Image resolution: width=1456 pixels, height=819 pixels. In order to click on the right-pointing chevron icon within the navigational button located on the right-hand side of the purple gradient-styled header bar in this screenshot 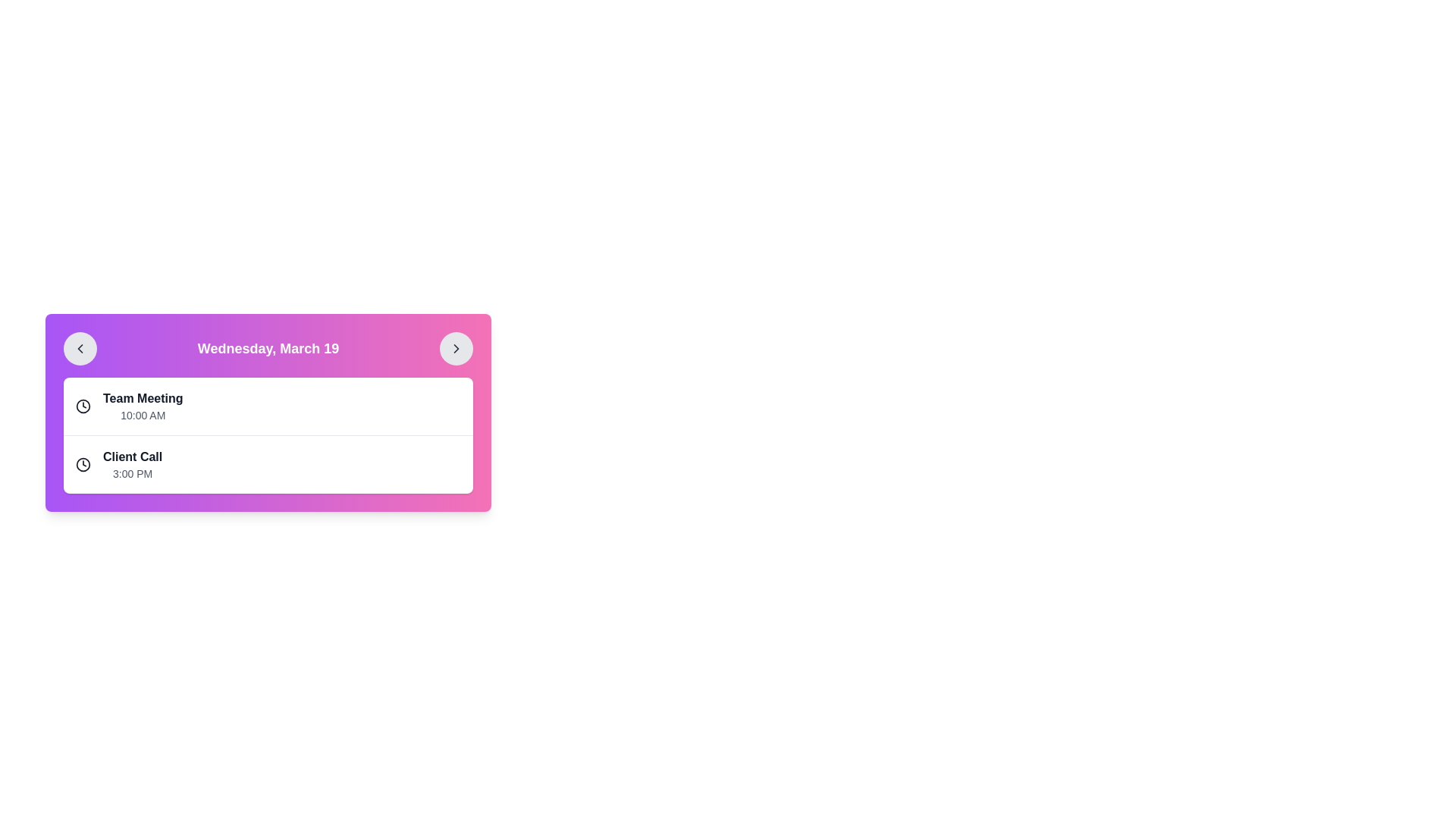, I will do `click(455, 348)`.